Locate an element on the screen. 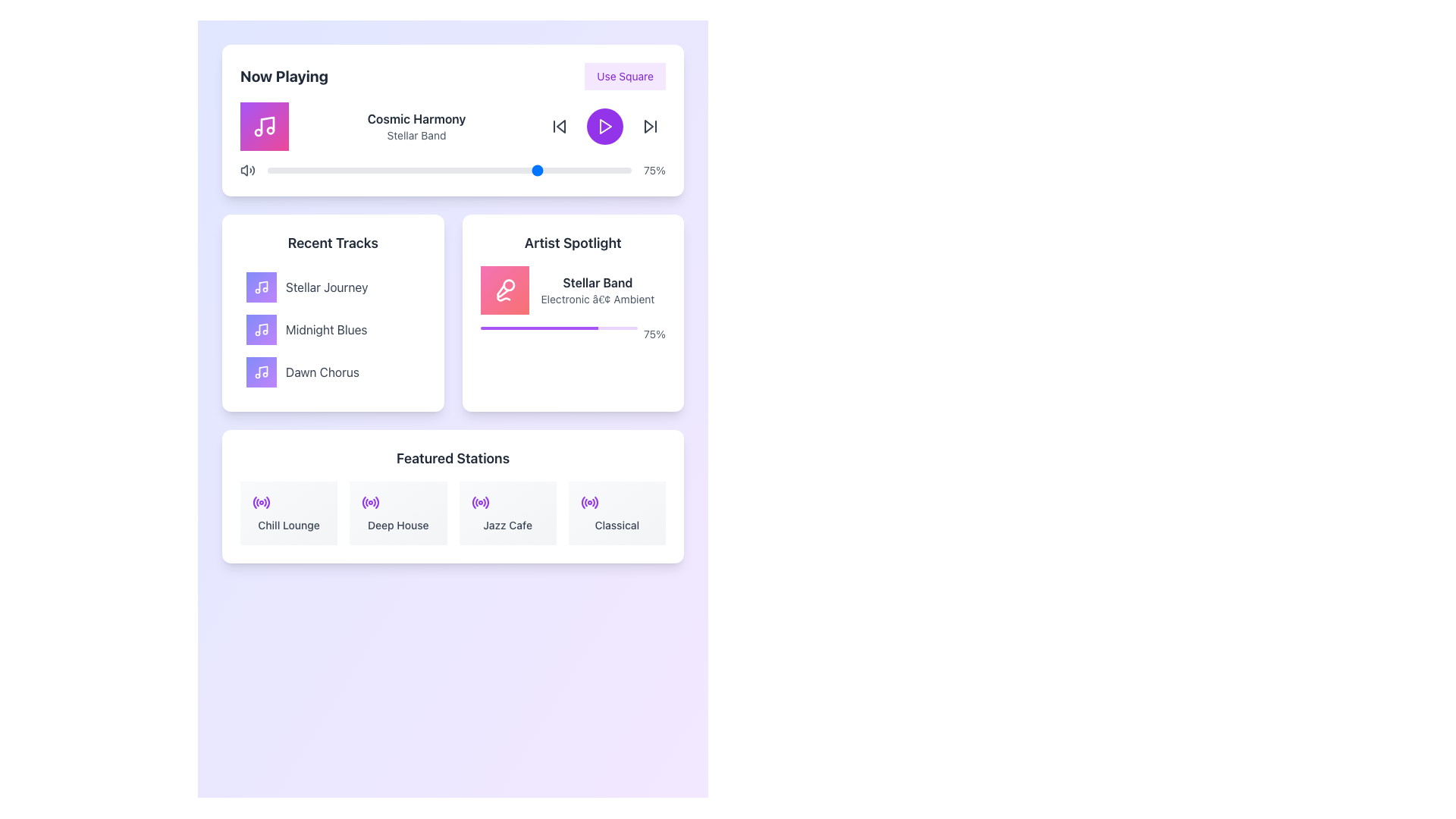 This screenshot has height=819, width=1456. text from the bold label displaying the title 'Stellar Band', which is part of the 'Artist Spotlight' section and centrally aligned above 'Electronic • Ambient' is located at coordinates (597, 283).